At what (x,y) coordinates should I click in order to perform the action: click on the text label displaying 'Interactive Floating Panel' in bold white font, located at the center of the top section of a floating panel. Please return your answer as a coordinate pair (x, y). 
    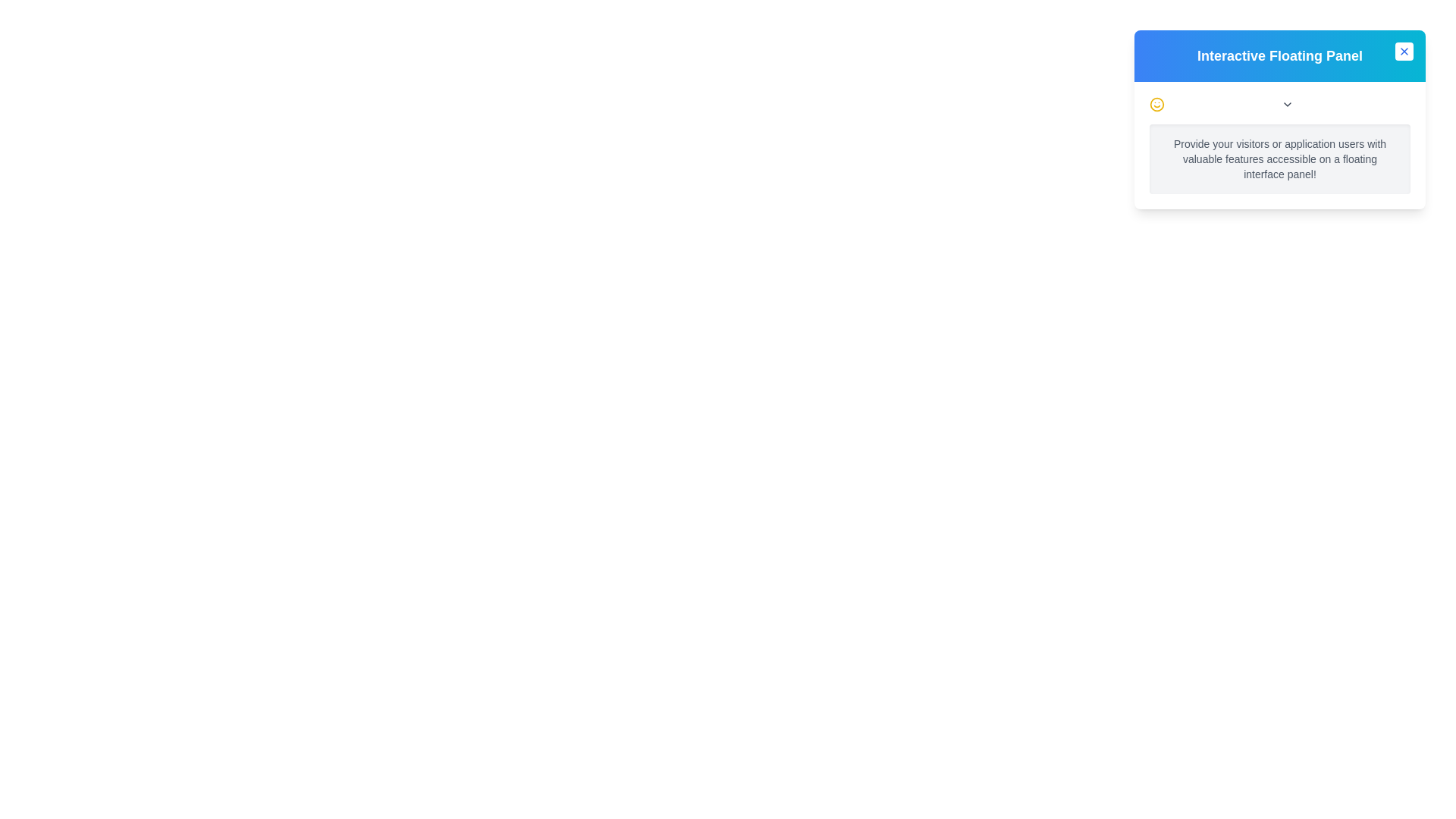
    Looking at the image, I should click on (1279, 55).